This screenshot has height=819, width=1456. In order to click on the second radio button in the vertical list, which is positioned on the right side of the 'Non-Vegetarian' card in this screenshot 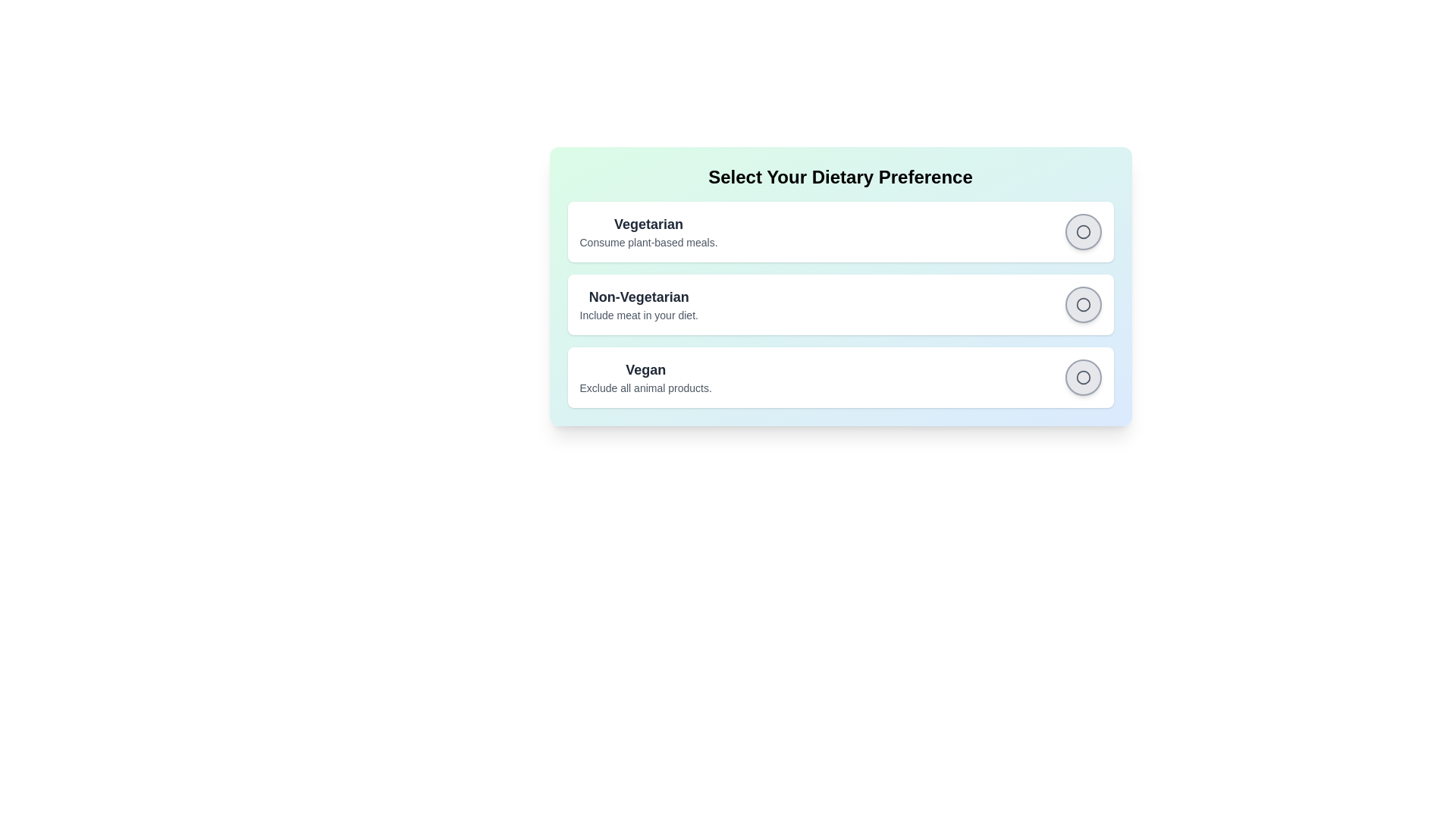, I will do `click(1082, 304)`.